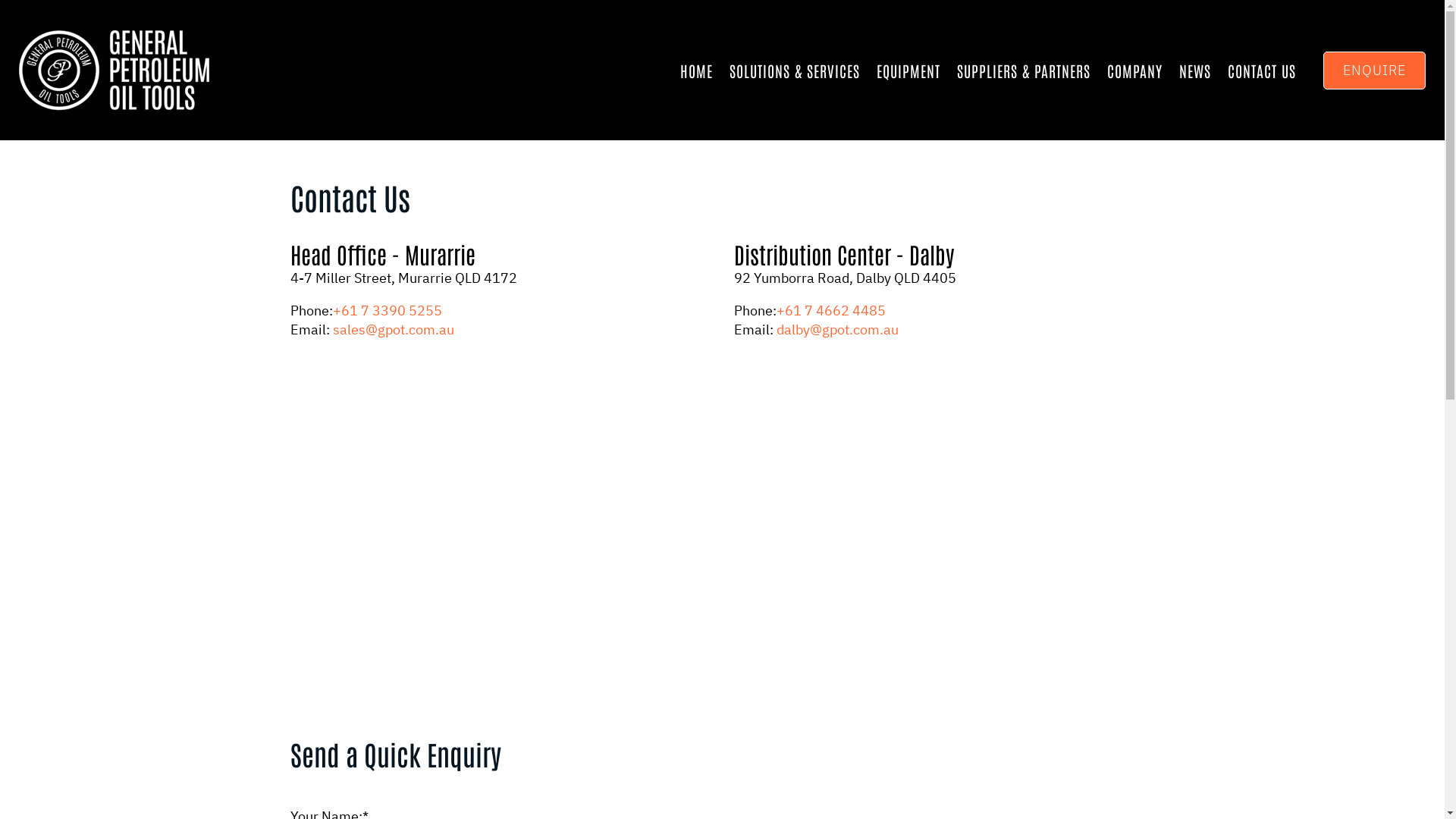  Describe the element at coordinates (1262, 70) in the screenshot. I see `'CONTACT US'` at that location.